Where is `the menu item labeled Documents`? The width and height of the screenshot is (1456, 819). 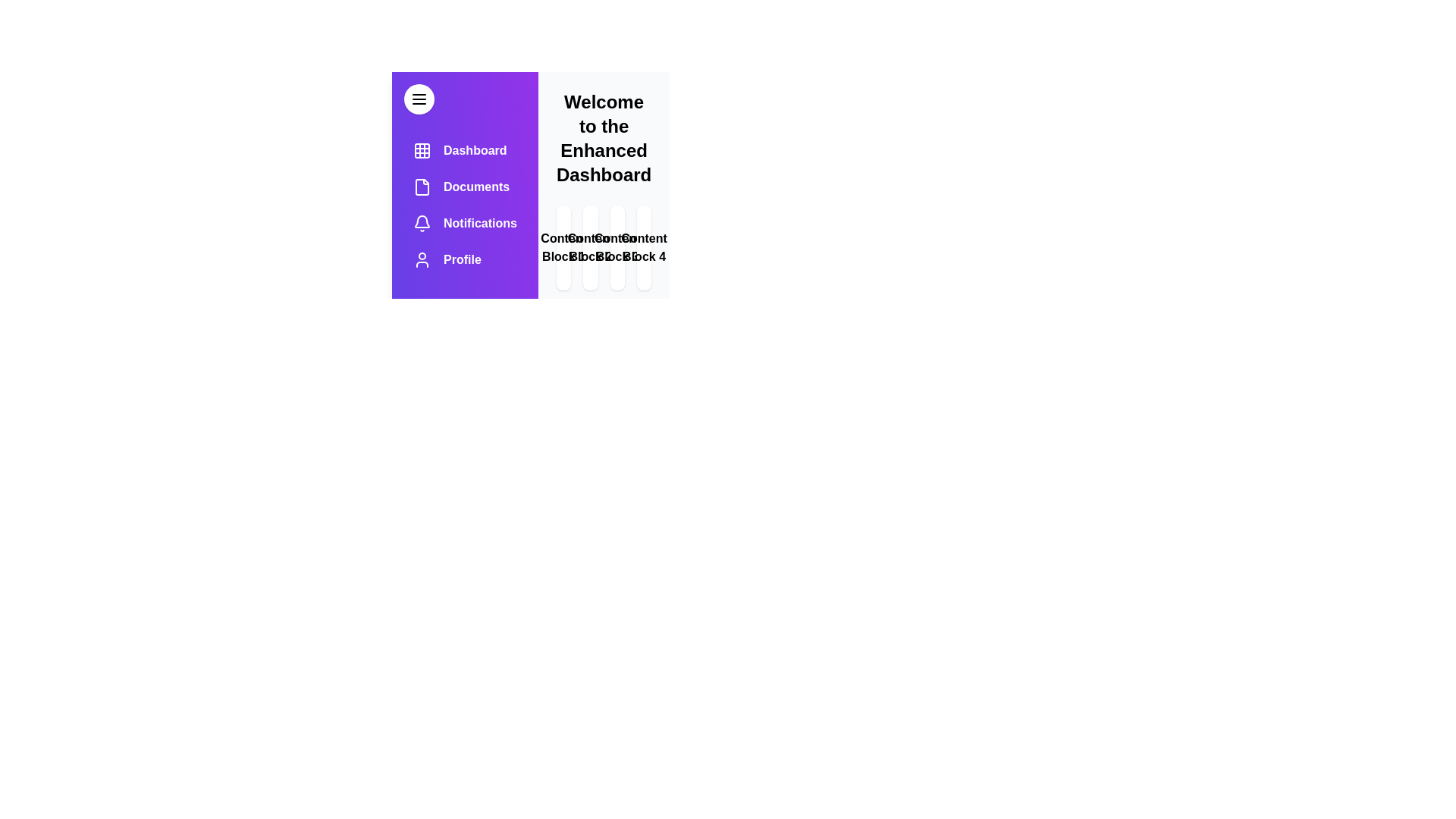
the menu item labeled Documents is located at coordinates (464, 186).